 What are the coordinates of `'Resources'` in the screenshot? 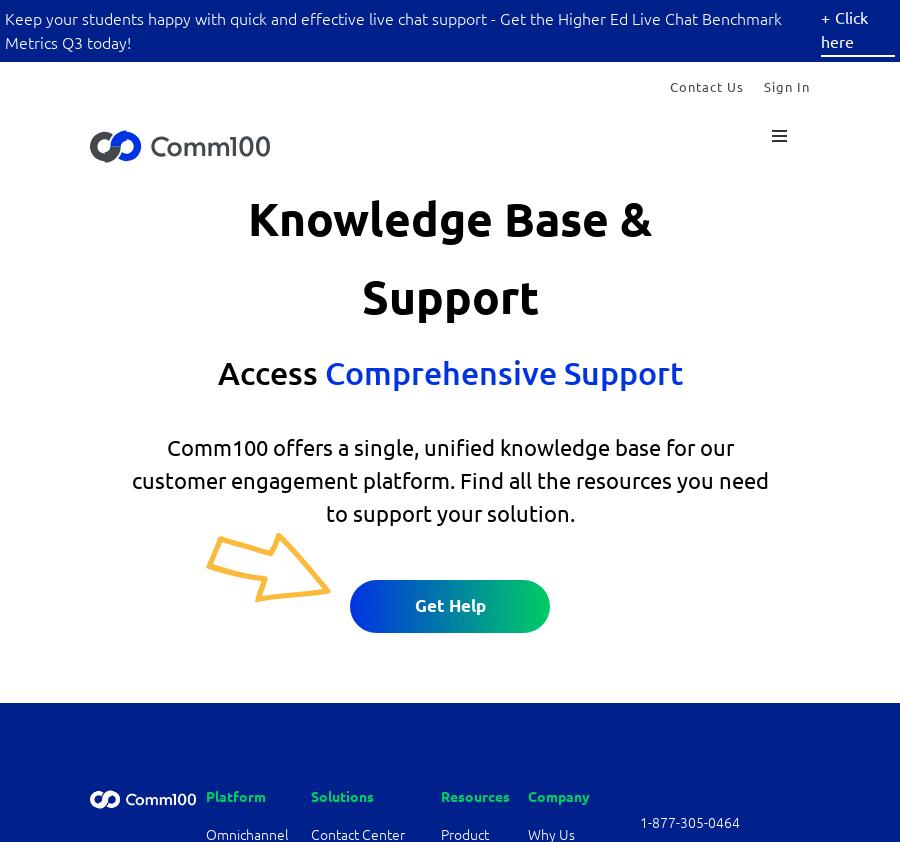 It's located at (474, 796).